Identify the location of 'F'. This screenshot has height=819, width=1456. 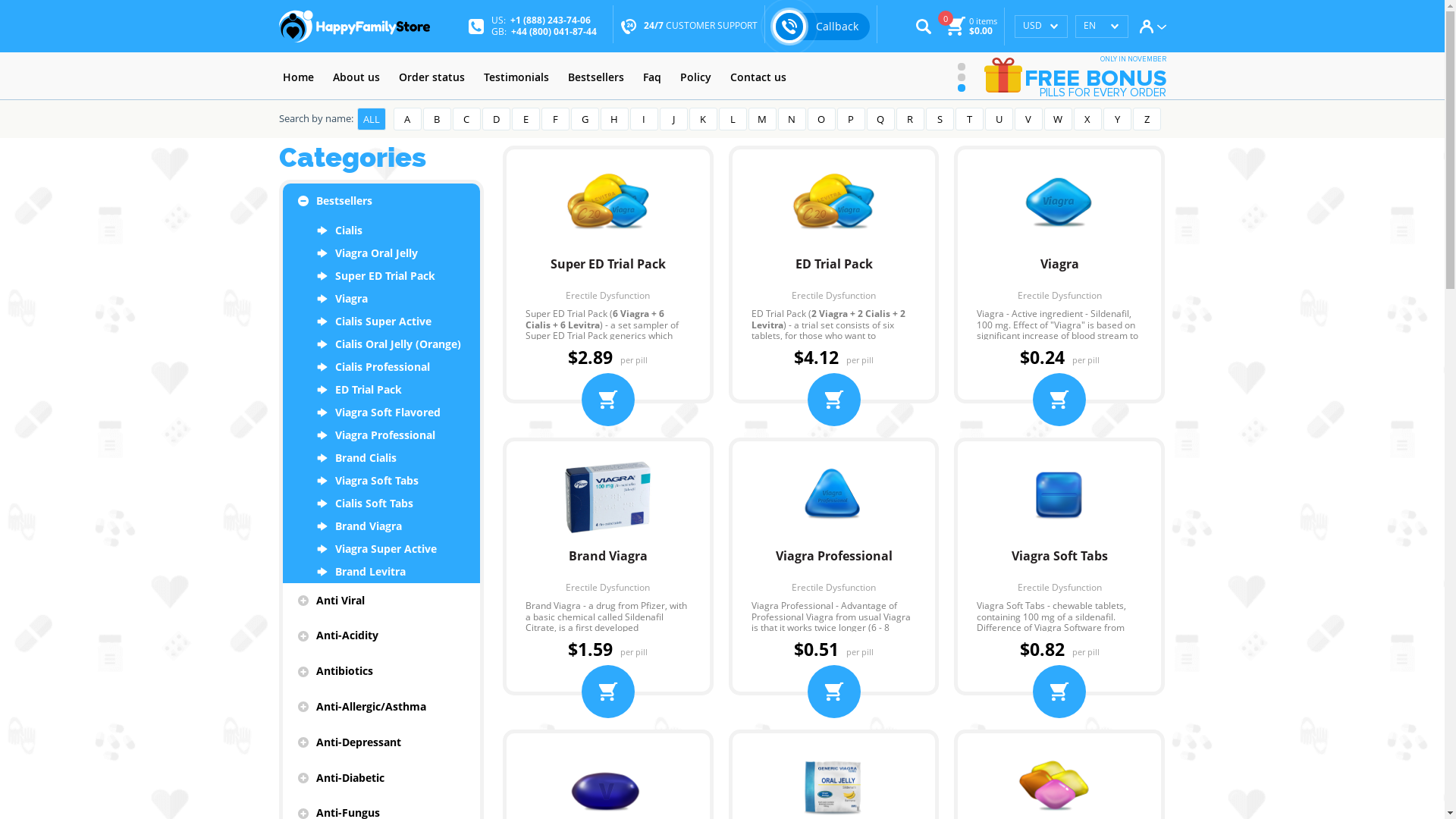
(554, 118).